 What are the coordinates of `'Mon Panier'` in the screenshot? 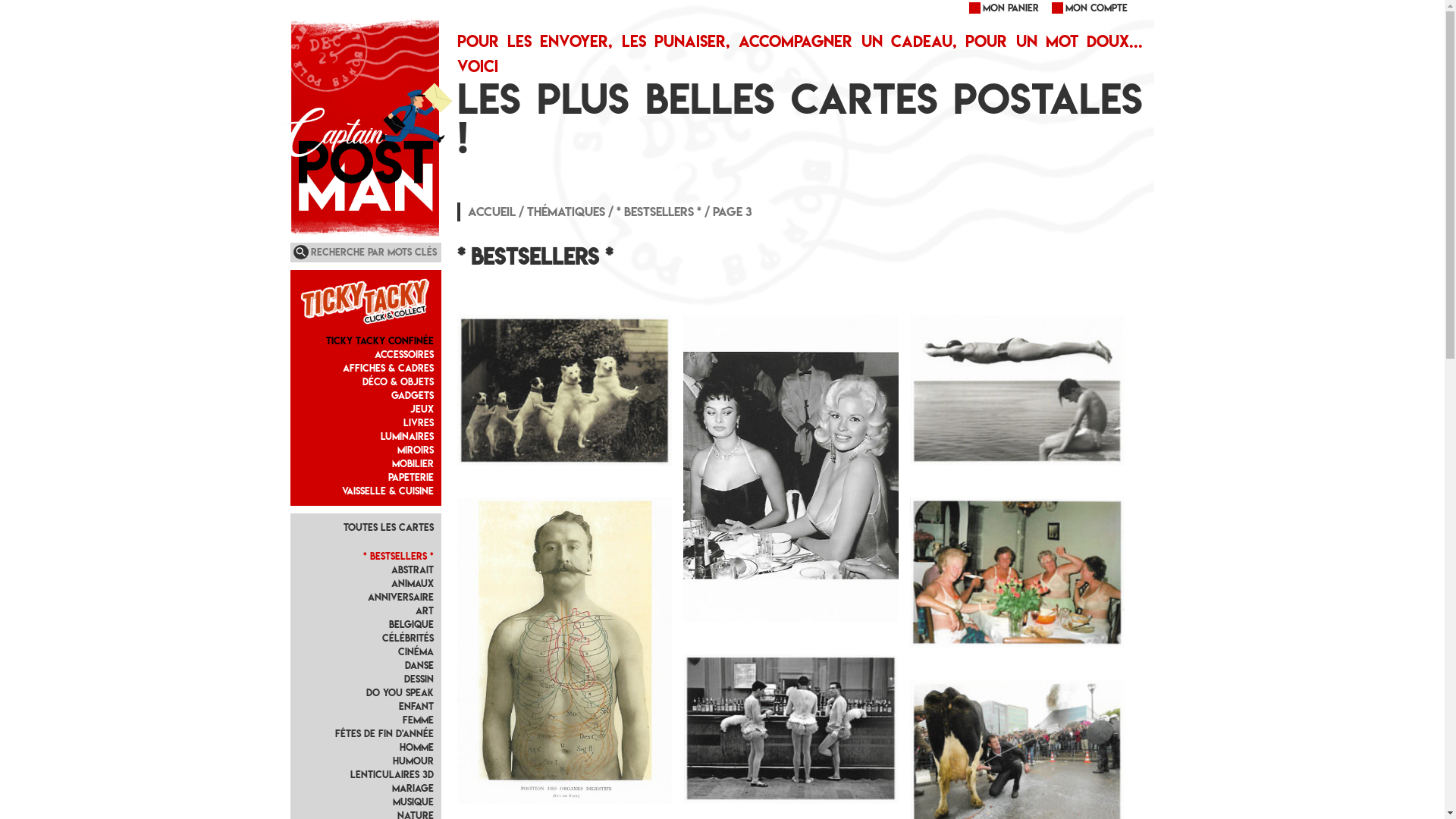 It's located at (966, 8).